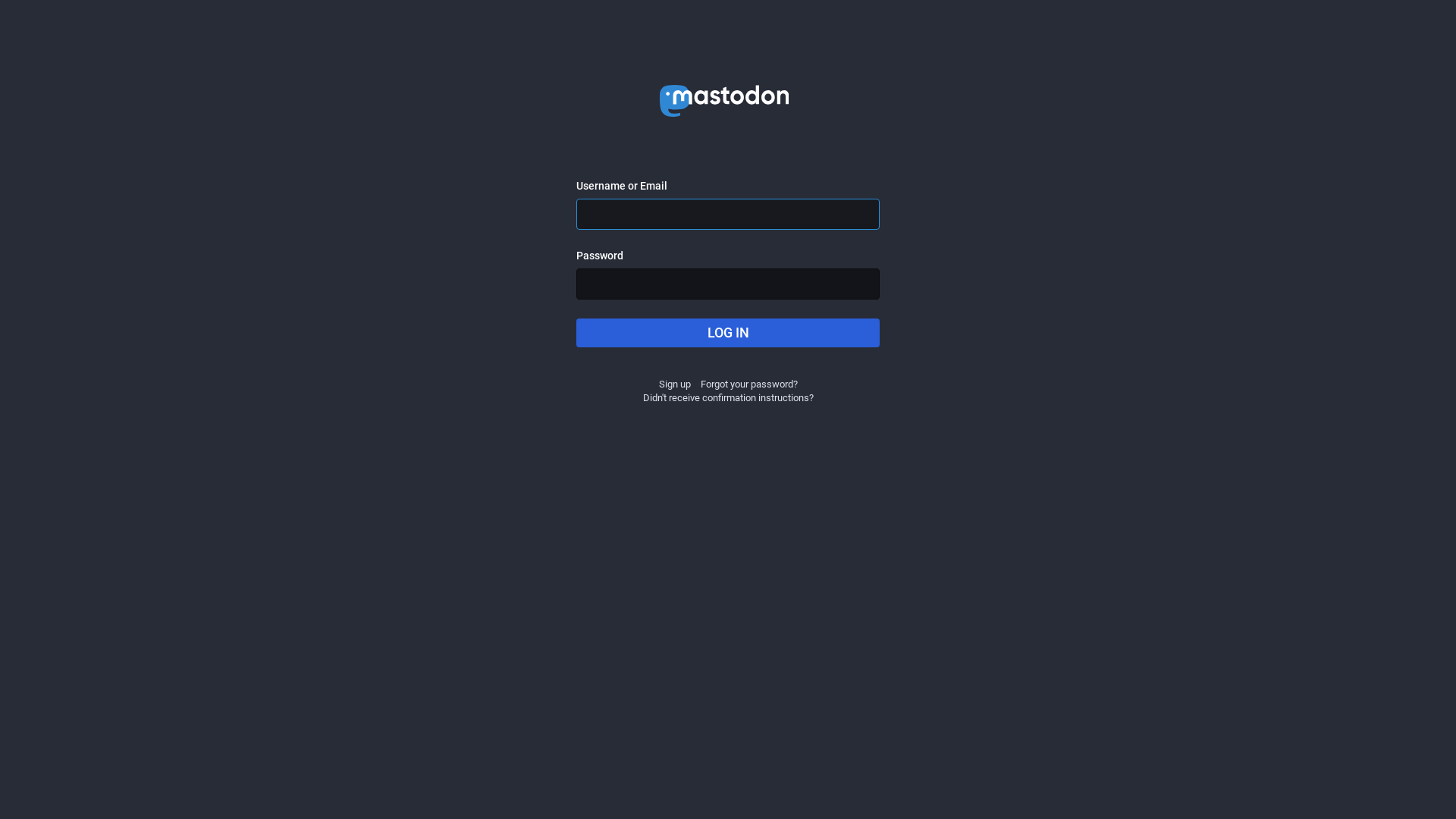  Describe the element at coordinates (673, 383) in the screenshot. I see `'Sign up'` at that location.